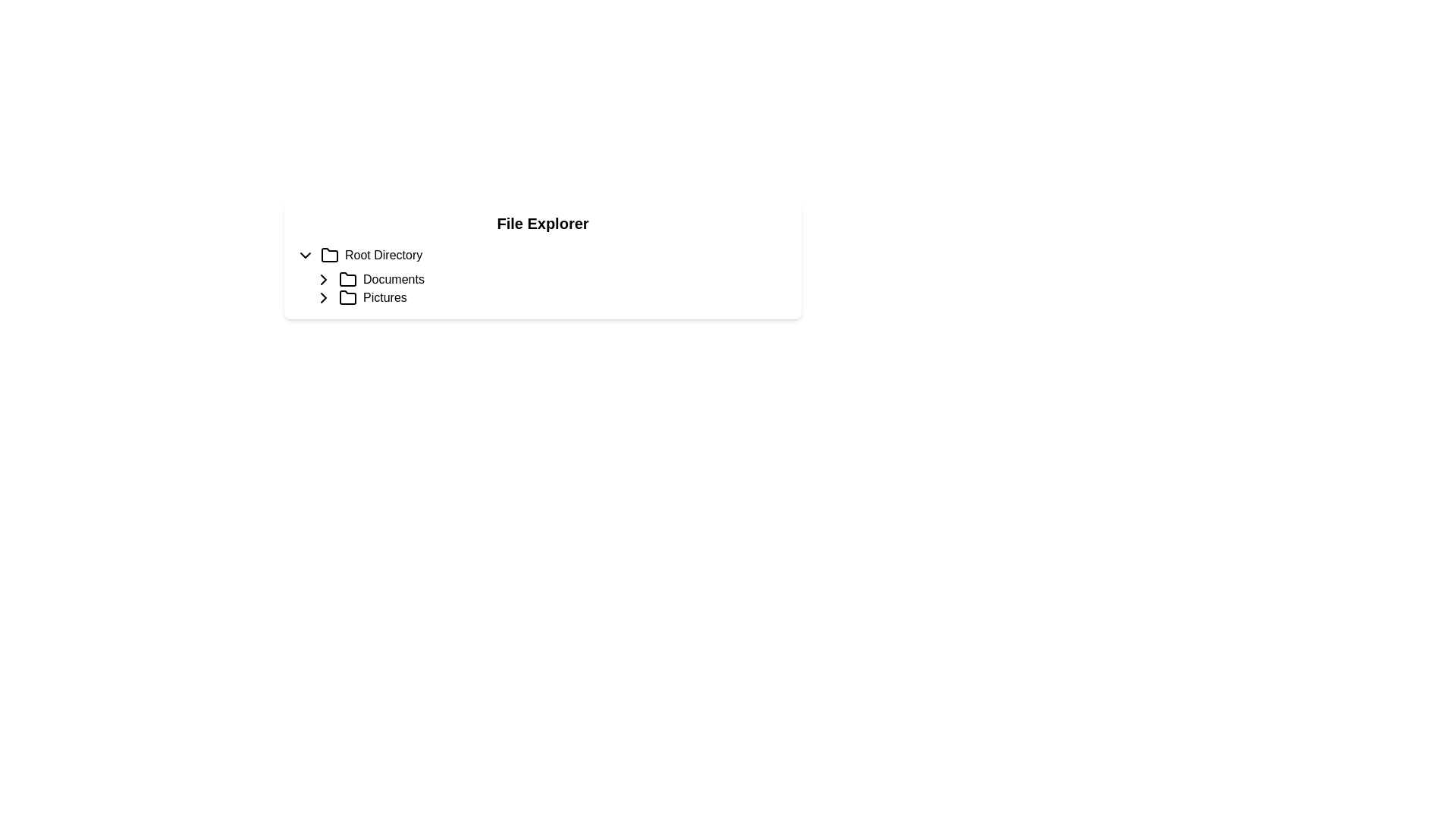  What do you see at coordinates (384, 298) in the screenshot?
I see `the text label displaying 'Pictures', which is styled in black and part of a file explorer interface` at bounding box center [384, 298].